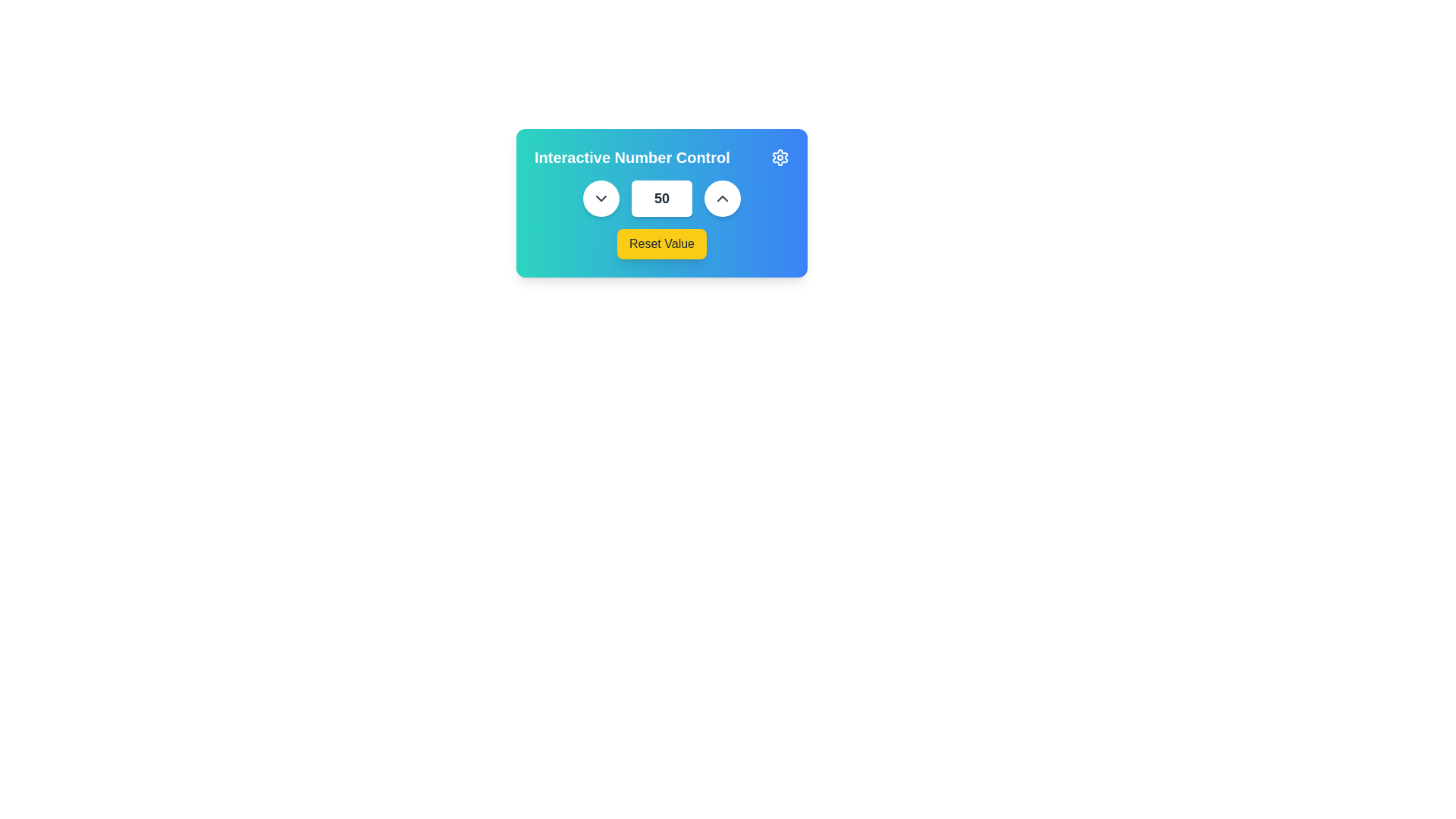  Describe the element at coordinates (722, 198) in the screenshot. I see `the circular button with a white background and a black chevron-up icon located to the right of a text field displaying '50' to increase the number` at that location.